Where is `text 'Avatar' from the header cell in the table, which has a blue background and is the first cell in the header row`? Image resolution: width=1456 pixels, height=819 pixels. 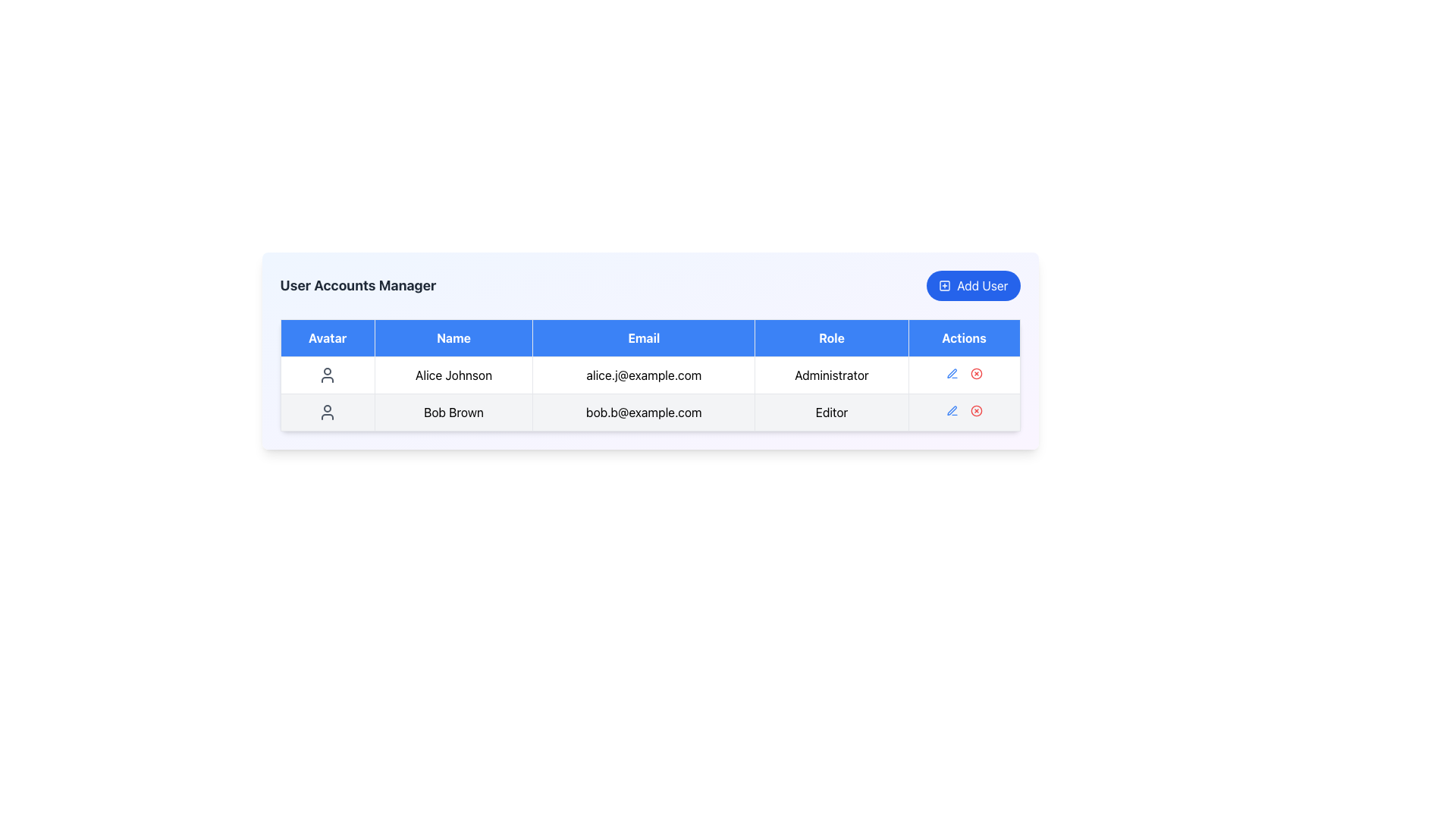 text 'Avatar' from the header cell in the table, which has a blue background and is the first cell in the header row is located at coordinates (327, 337).